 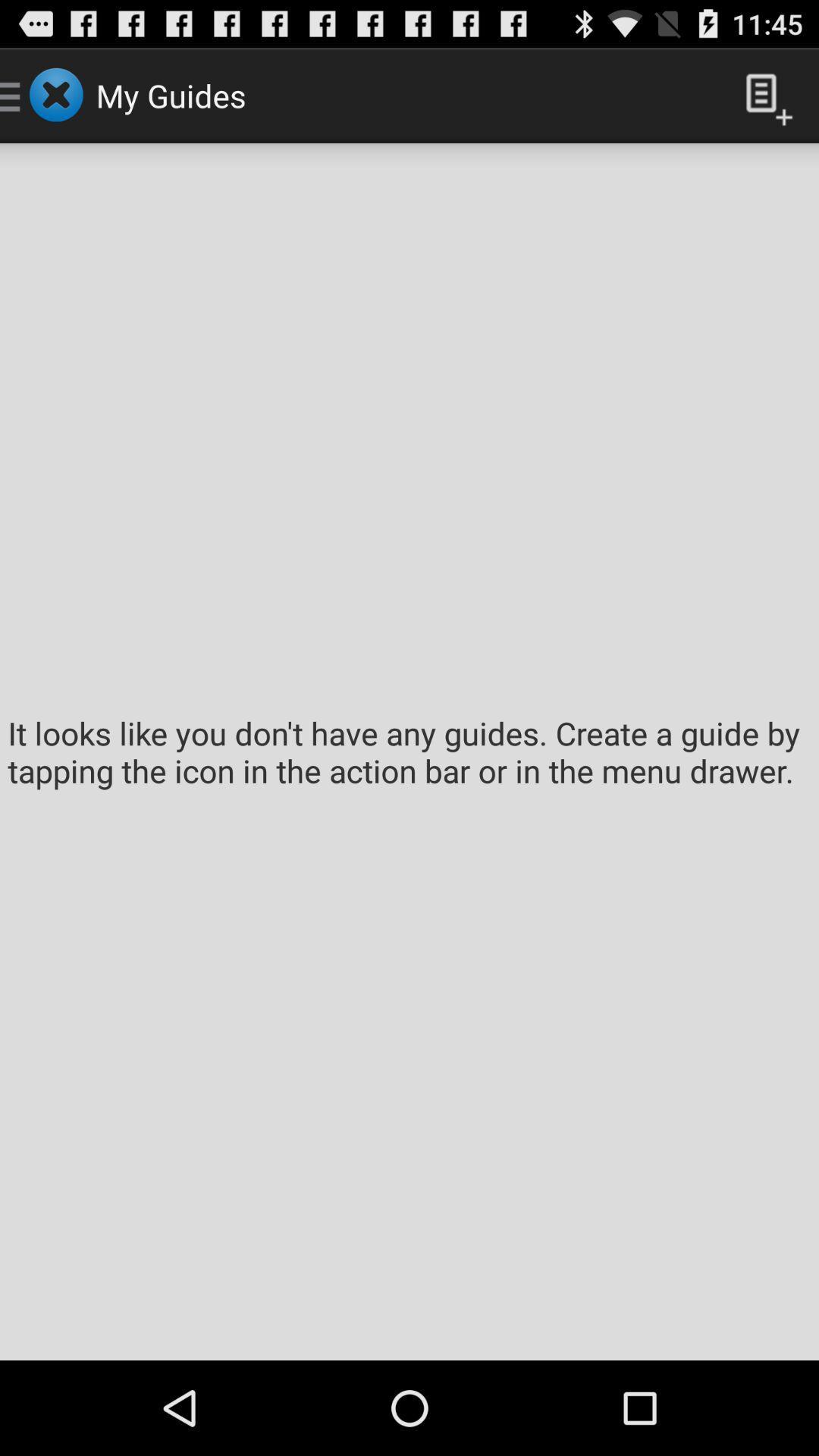 I want to click on icon to the right of the my guides icon, so click(x=763, y=94).